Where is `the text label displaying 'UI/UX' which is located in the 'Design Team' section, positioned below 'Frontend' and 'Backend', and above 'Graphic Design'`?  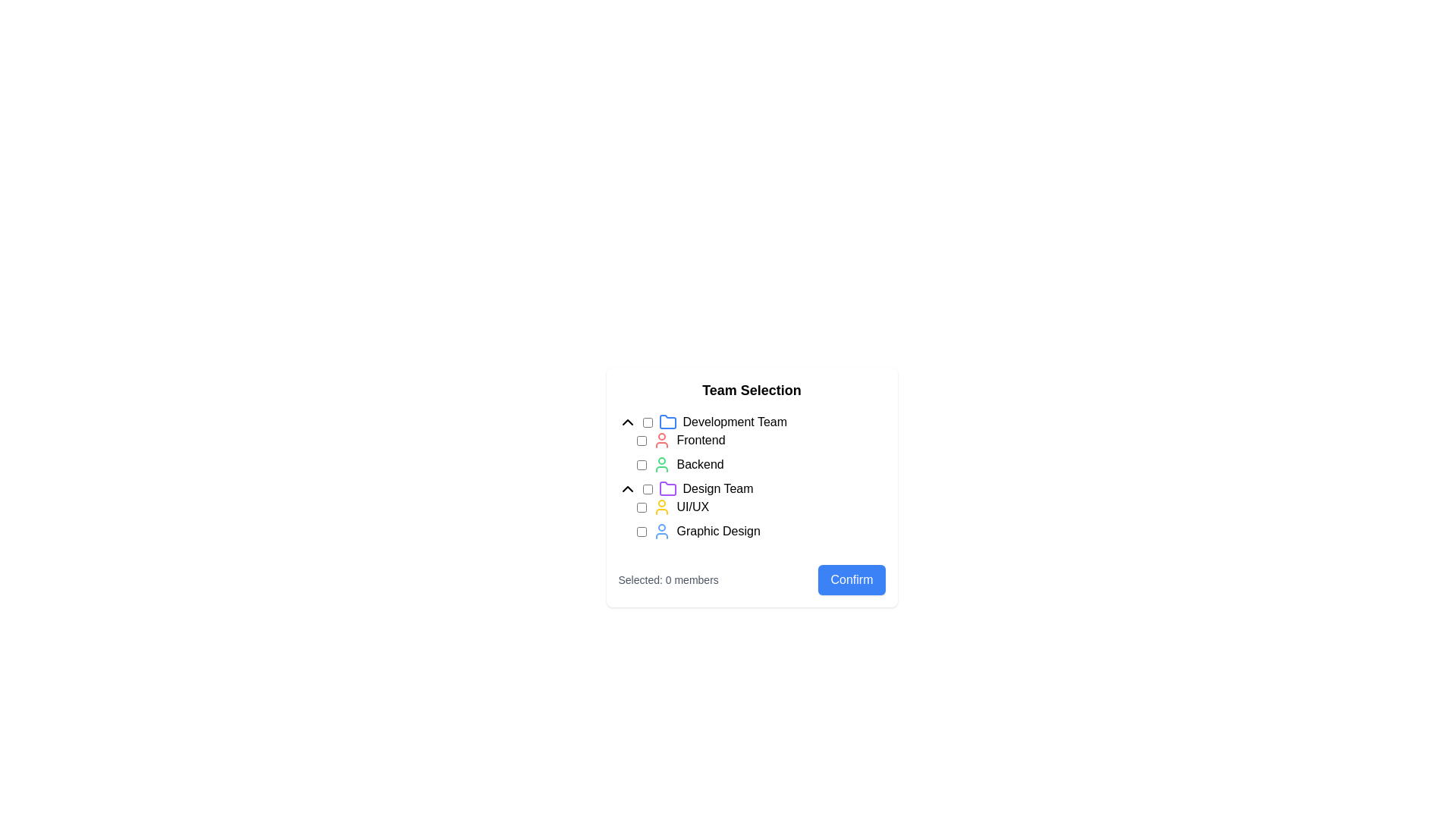 the text label displaying 'UI/UX' which is located in the 'Design Team' section, positioned below 'Frontend' and 'Backend', and above 'Graphic Design' is located at coordinates (692, 507).